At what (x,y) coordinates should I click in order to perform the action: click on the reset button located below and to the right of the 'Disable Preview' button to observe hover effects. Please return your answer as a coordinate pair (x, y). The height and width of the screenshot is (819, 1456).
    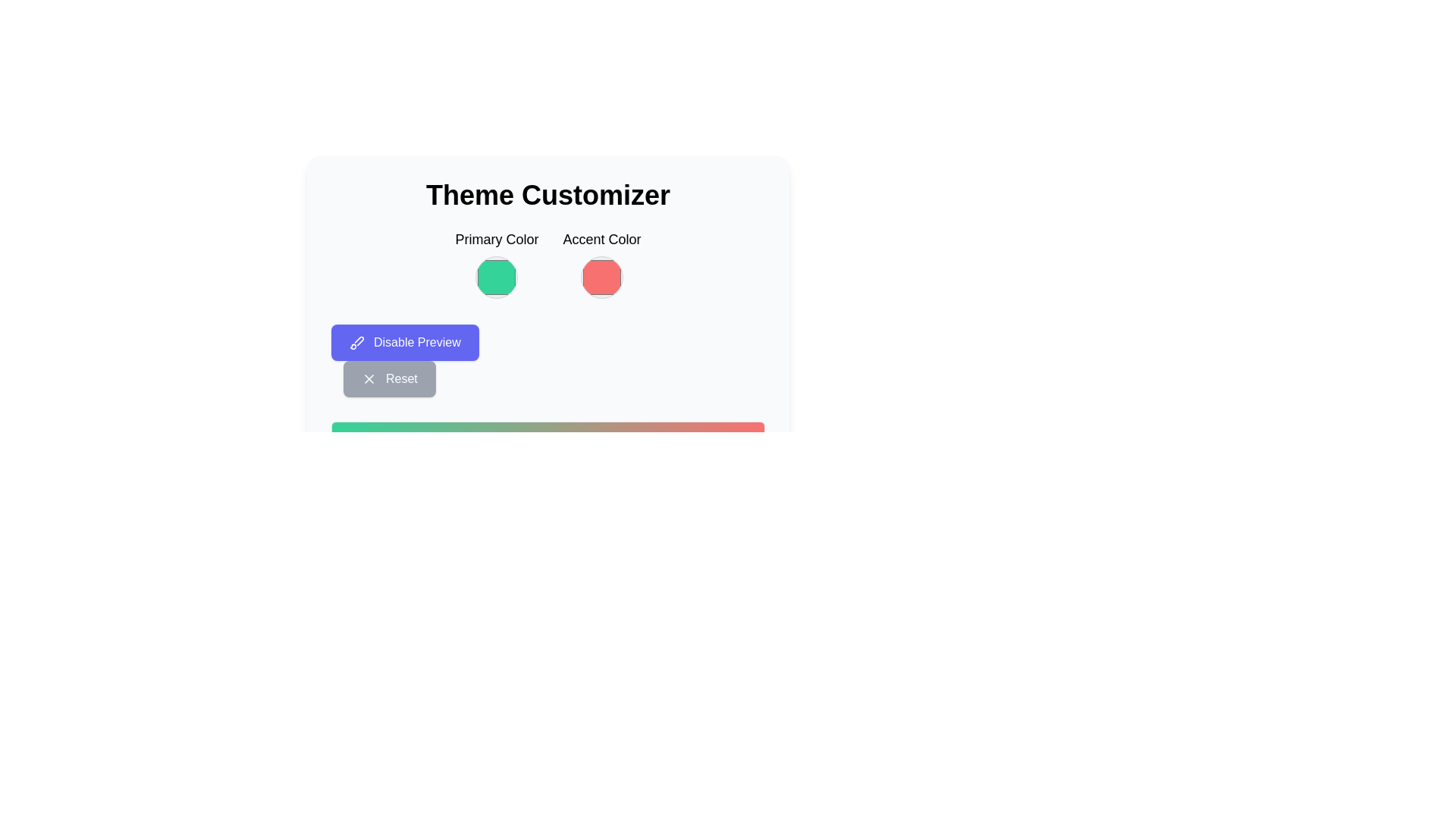
    Looking at the image, I should click on (389, 378).